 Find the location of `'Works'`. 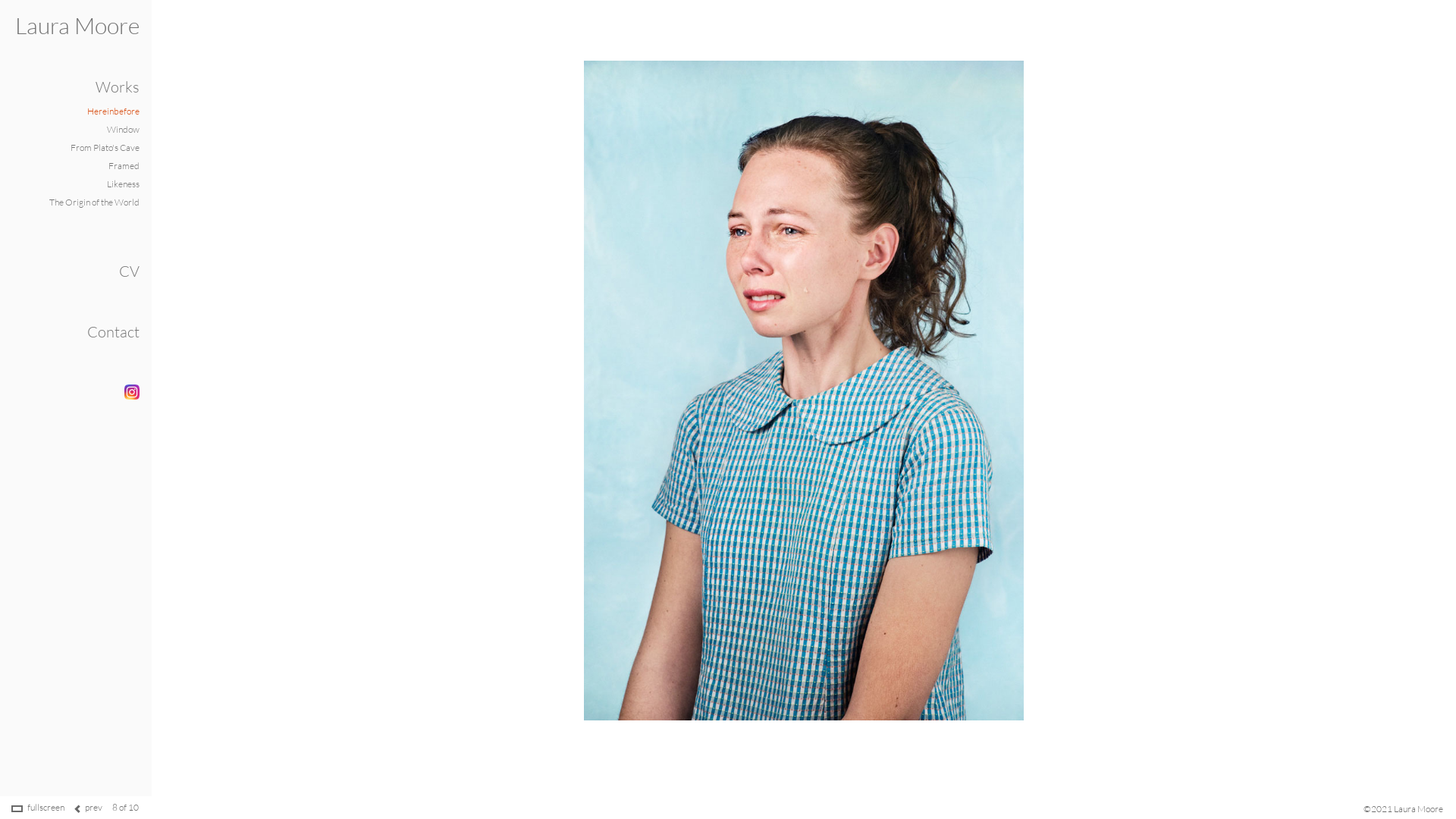

'Works' is located at coordinates (116, 86).